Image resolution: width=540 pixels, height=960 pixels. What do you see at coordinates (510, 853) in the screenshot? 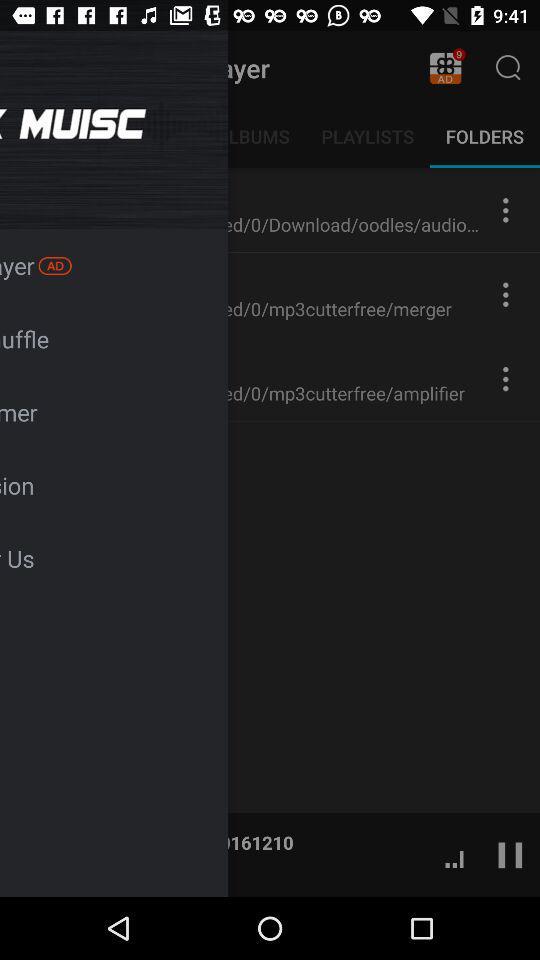
I see `the pause icon` at bounding box center [510, 853].